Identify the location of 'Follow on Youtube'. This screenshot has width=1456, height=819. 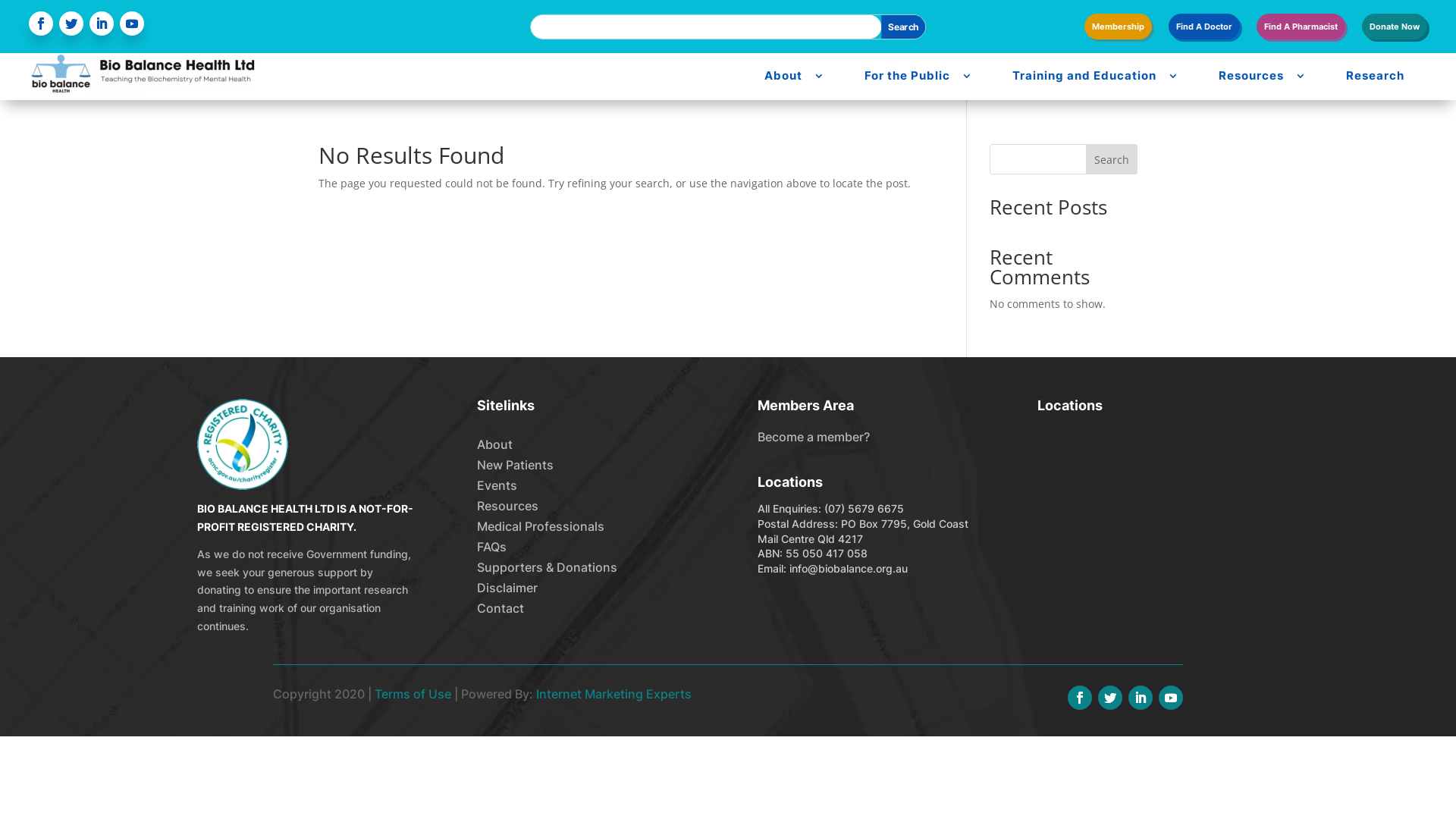
(119, 23).